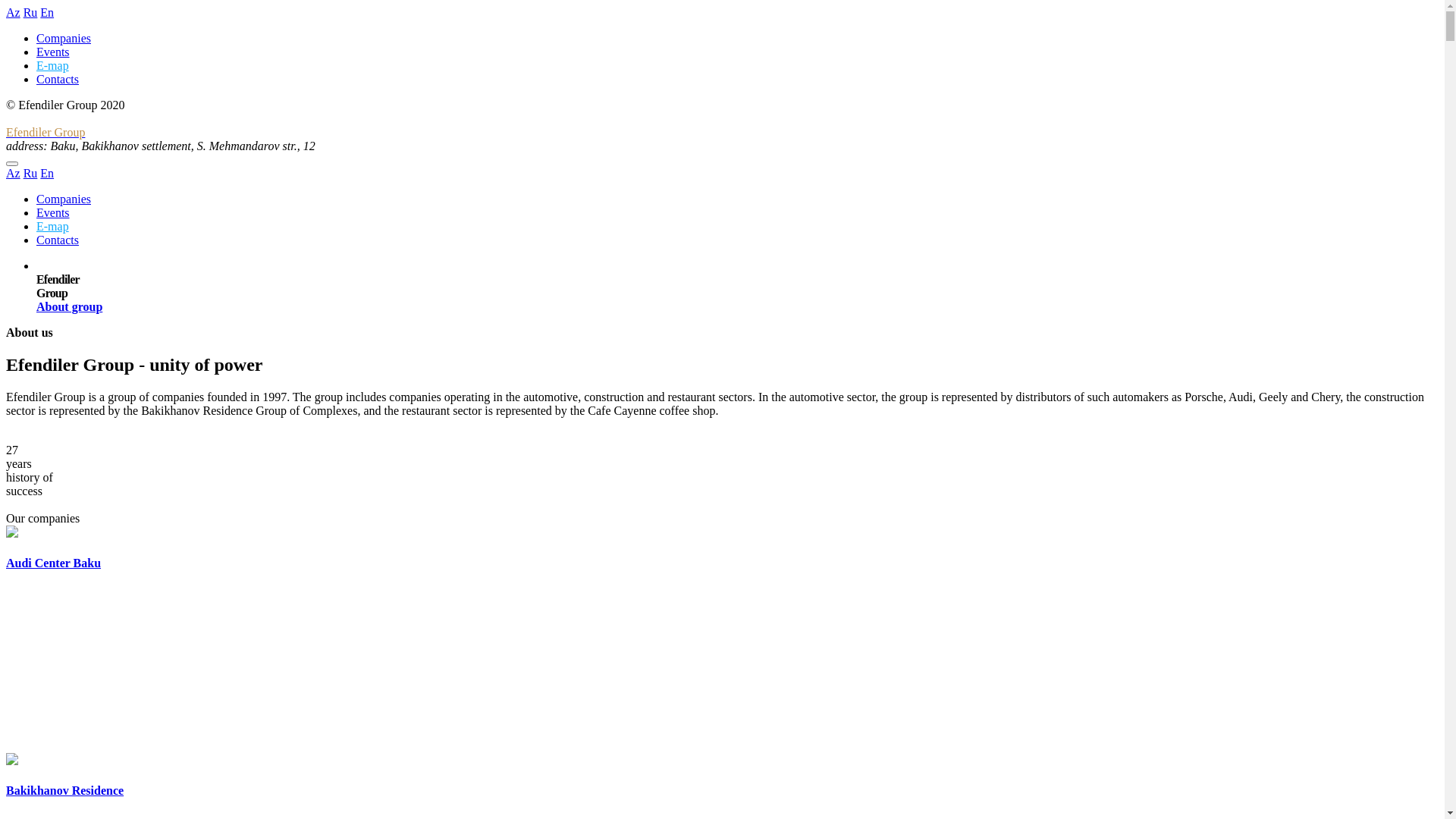 The width and height of the screenshot is (1456, 819). Describe the element at coordinates (6, 140) in the screenshot. I see `'Efendiler Group'` at that location.